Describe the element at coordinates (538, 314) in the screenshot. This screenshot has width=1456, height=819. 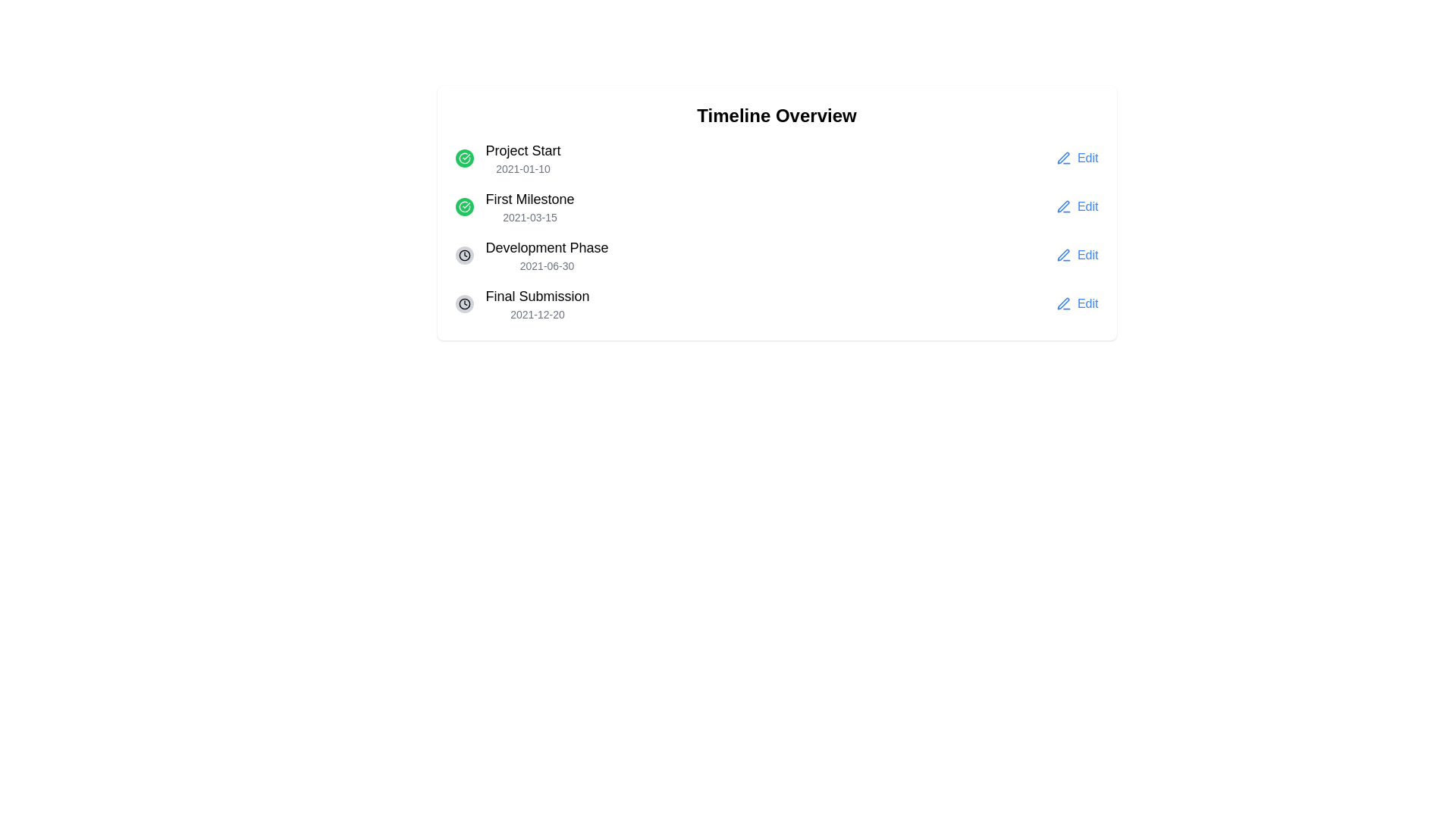
I see `date displayed in the text element showing '2021-12-20', which is right-aligned under the 'Final Submission' label in the timeline overview section` at that location.